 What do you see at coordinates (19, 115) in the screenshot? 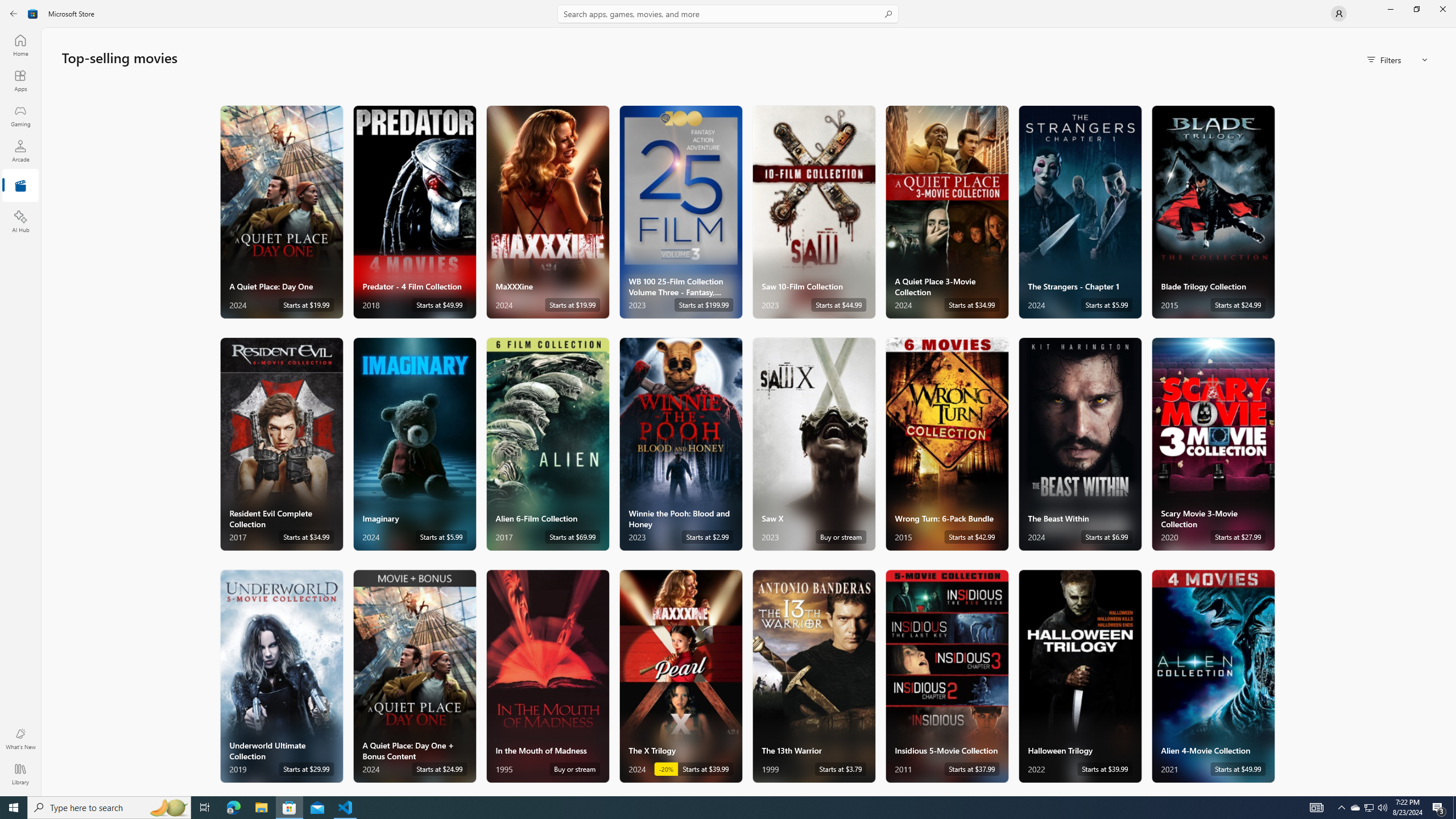
I see `'Gaming'` at bounding box center [19, 115].